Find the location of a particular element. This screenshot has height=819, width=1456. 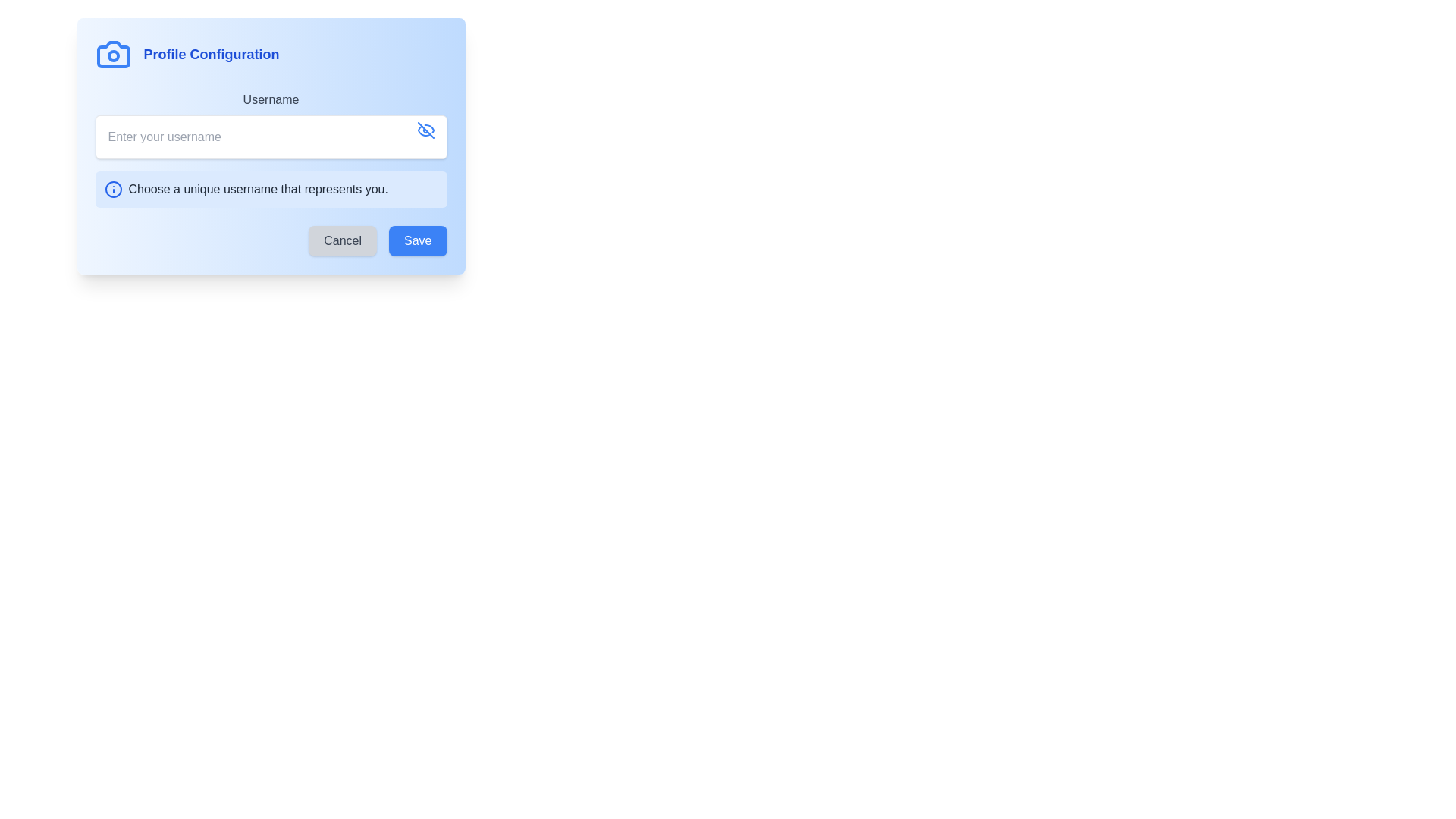

informational tooltip that provides guidance on choosing an appropriate username, located directly below the username input field in the 'Profile Configuration' modal is located at coordinates (271, 189).